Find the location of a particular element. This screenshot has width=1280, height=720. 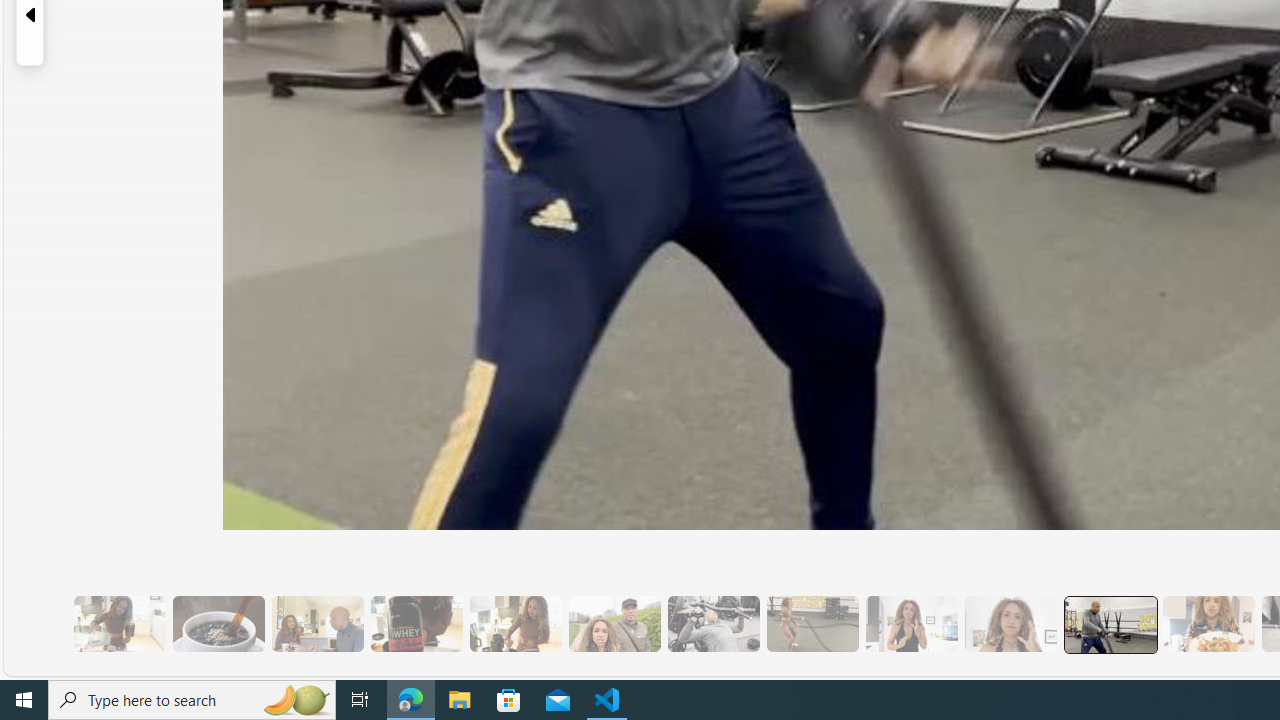

'13 Her Husband Does Group Cardio Classs' is located at coordinates (1109, 623).